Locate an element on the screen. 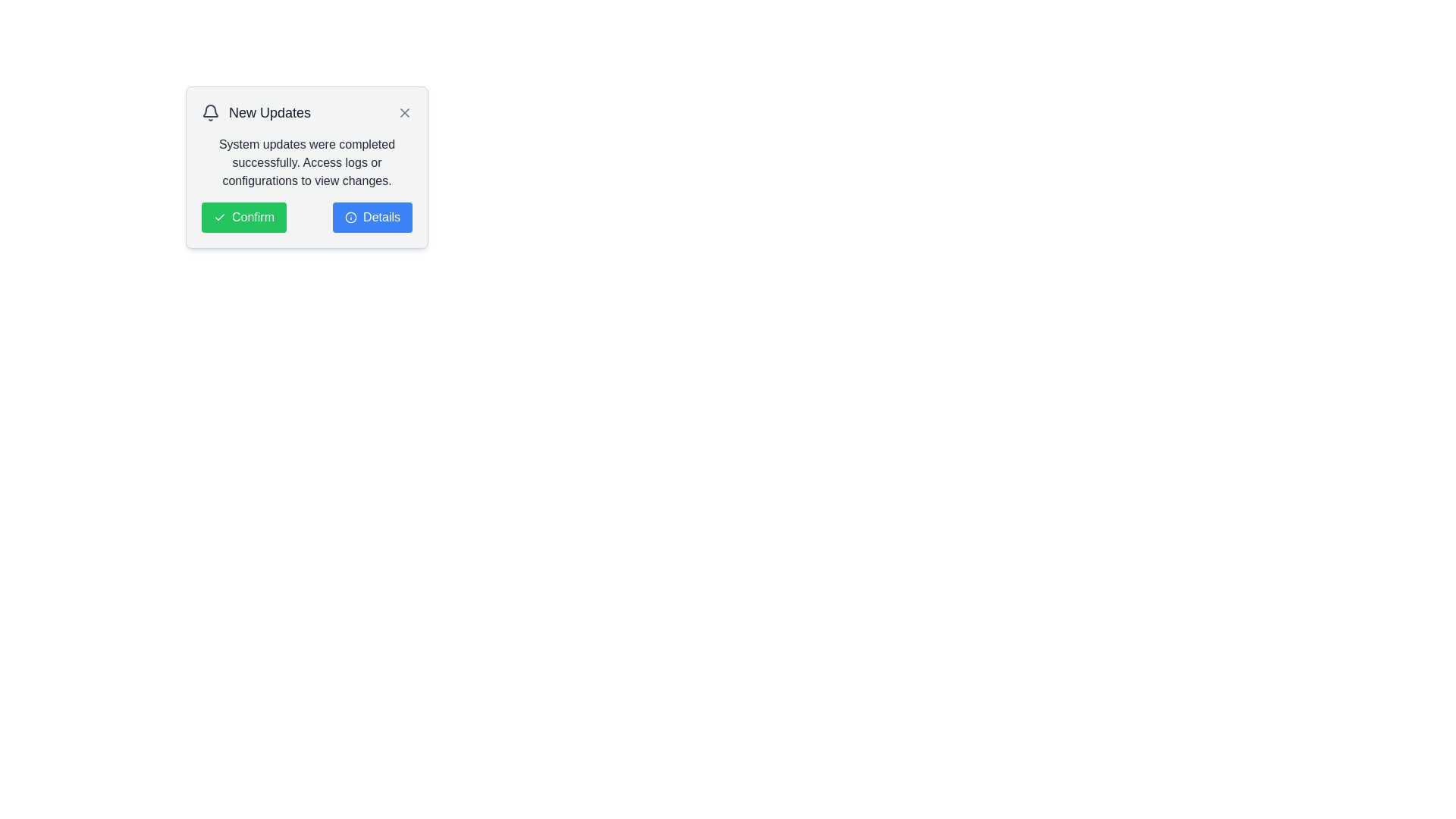 Image resolution: width=1456 pixels, height=819 pixels. the green confirmation button labeled 'Confirm' that contains the checkmark icon is located at coordinates (218, 217).